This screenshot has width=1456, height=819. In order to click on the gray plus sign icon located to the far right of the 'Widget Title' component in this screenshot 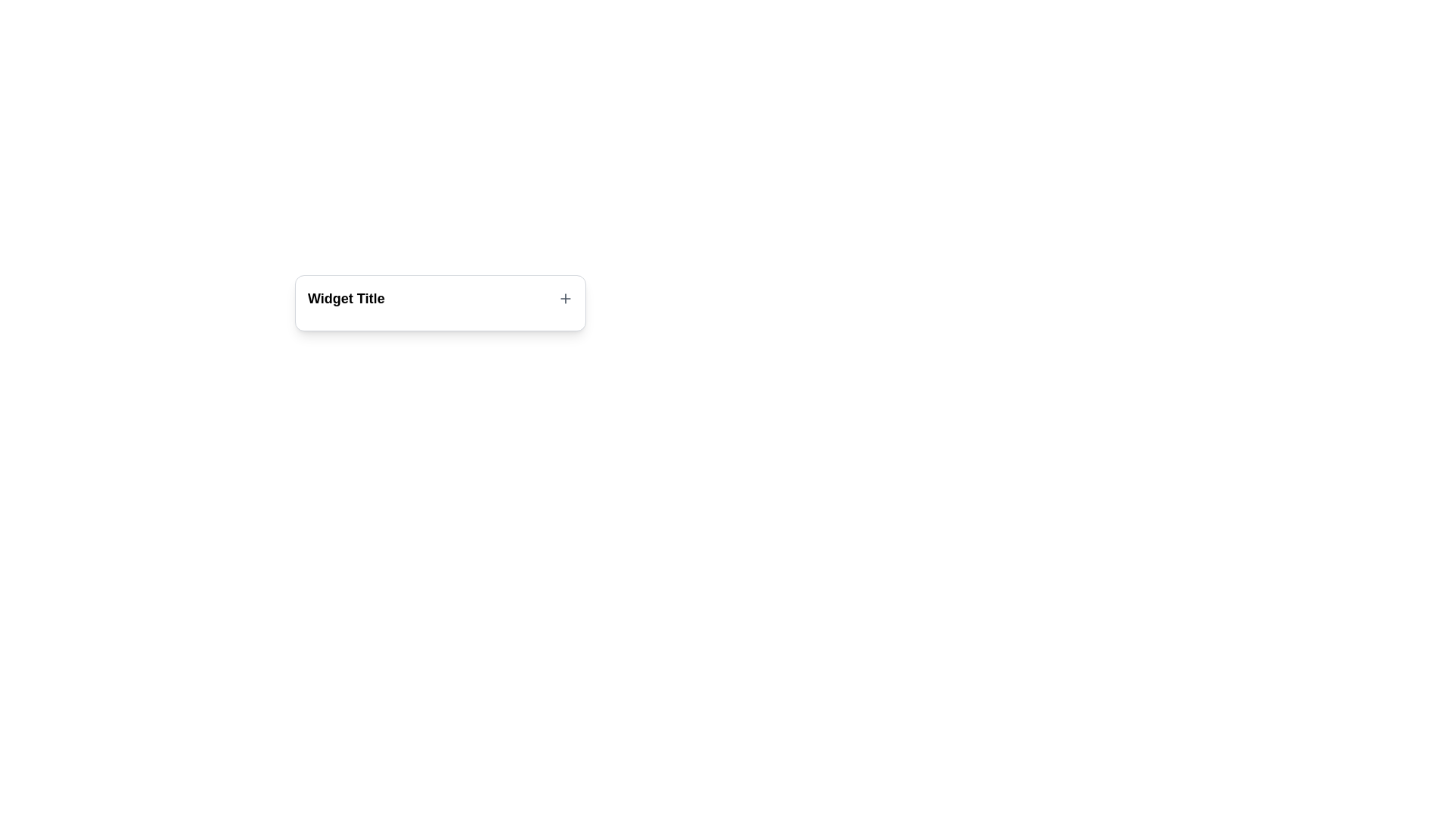, I will do `click(564, 298)`.